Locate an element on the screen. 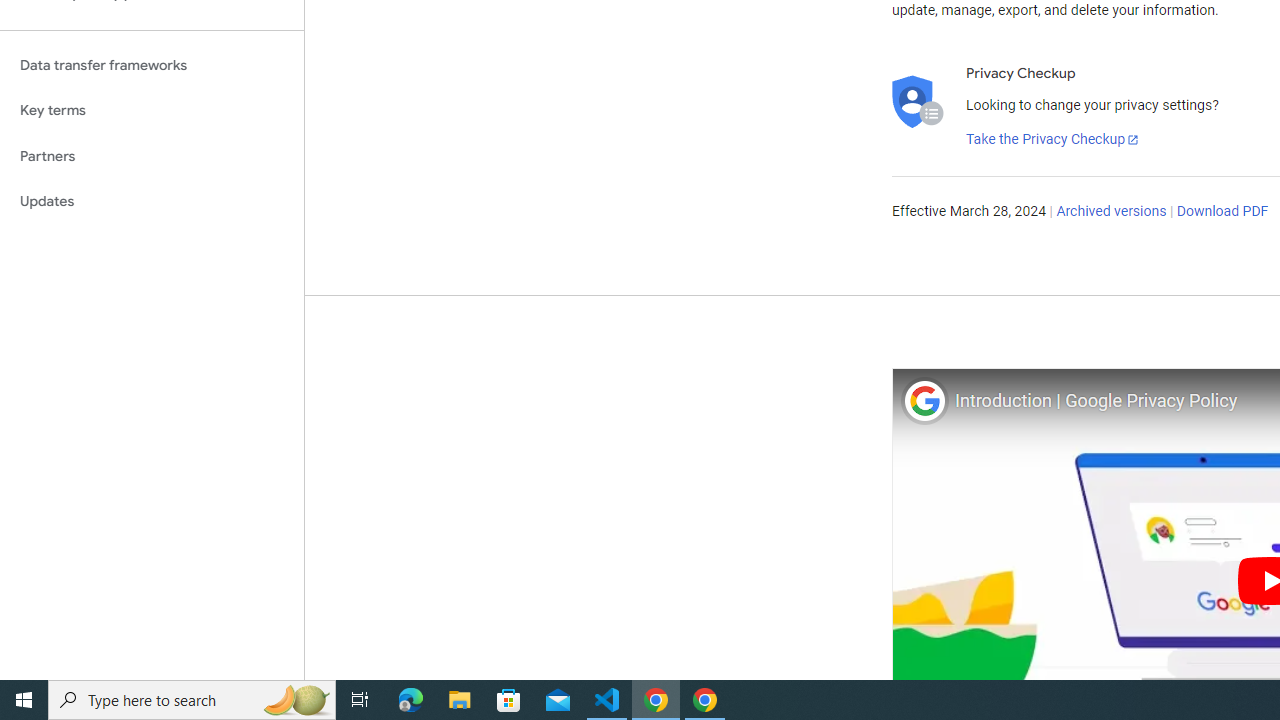 The image size is (1280, 720). 'Photo image of Google' is located at coordinates (923, 400).